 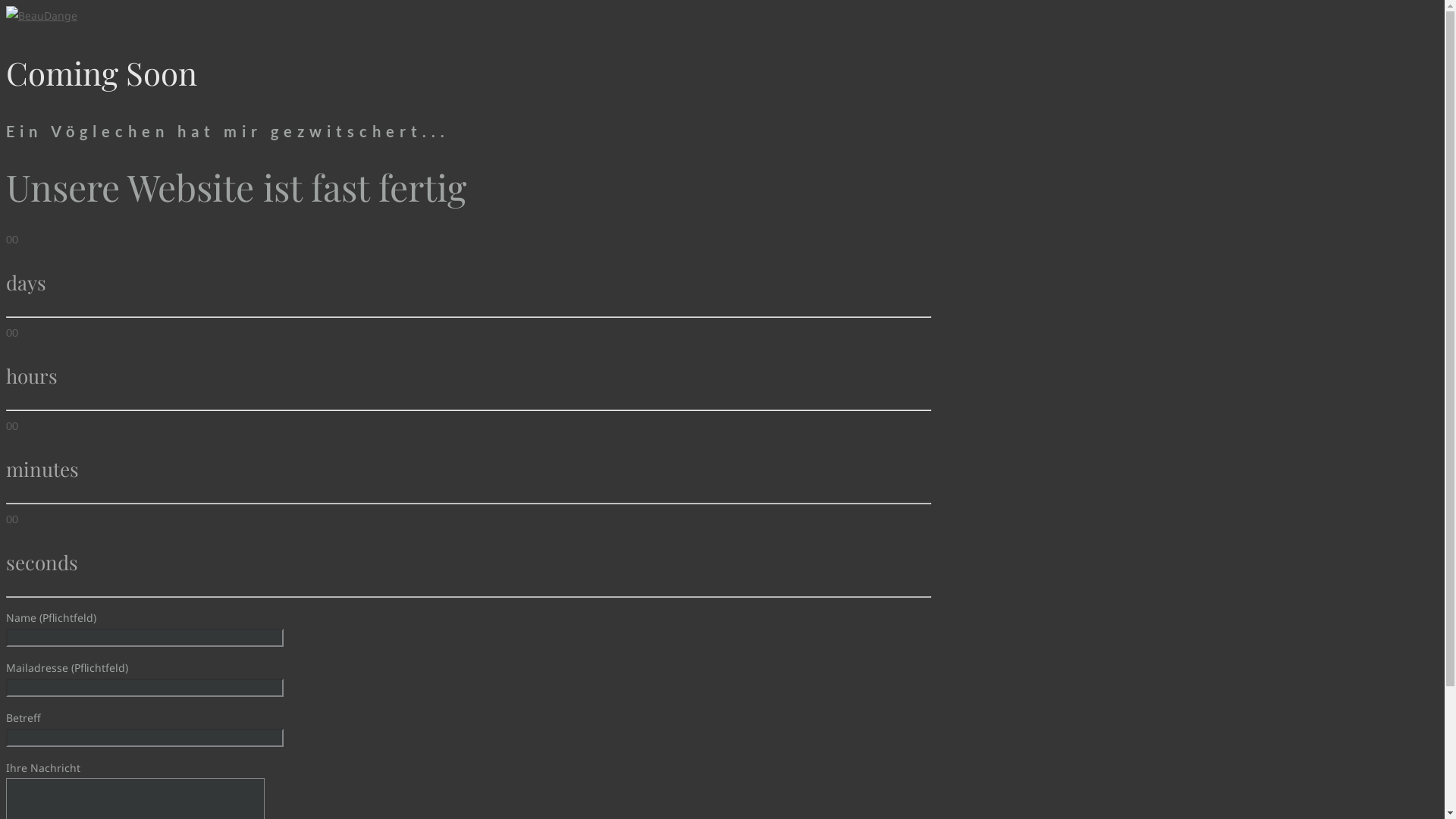 What do you see at coordinates (41, 15) in the screenshot?
I see `'BeauDange'` at bounding box center [41, 15].